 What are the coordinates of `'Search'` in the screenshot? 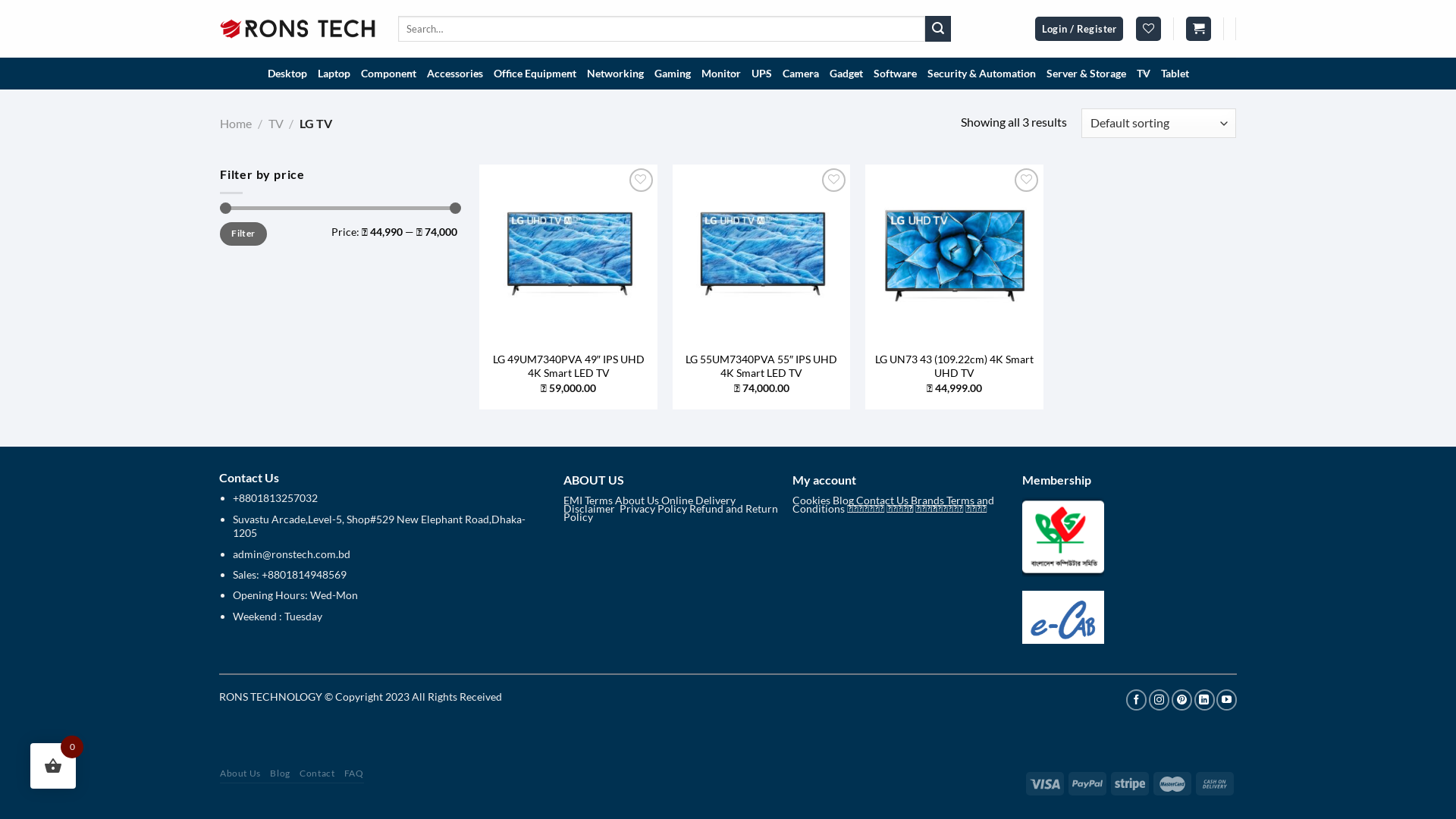 It's located at (937, 29).